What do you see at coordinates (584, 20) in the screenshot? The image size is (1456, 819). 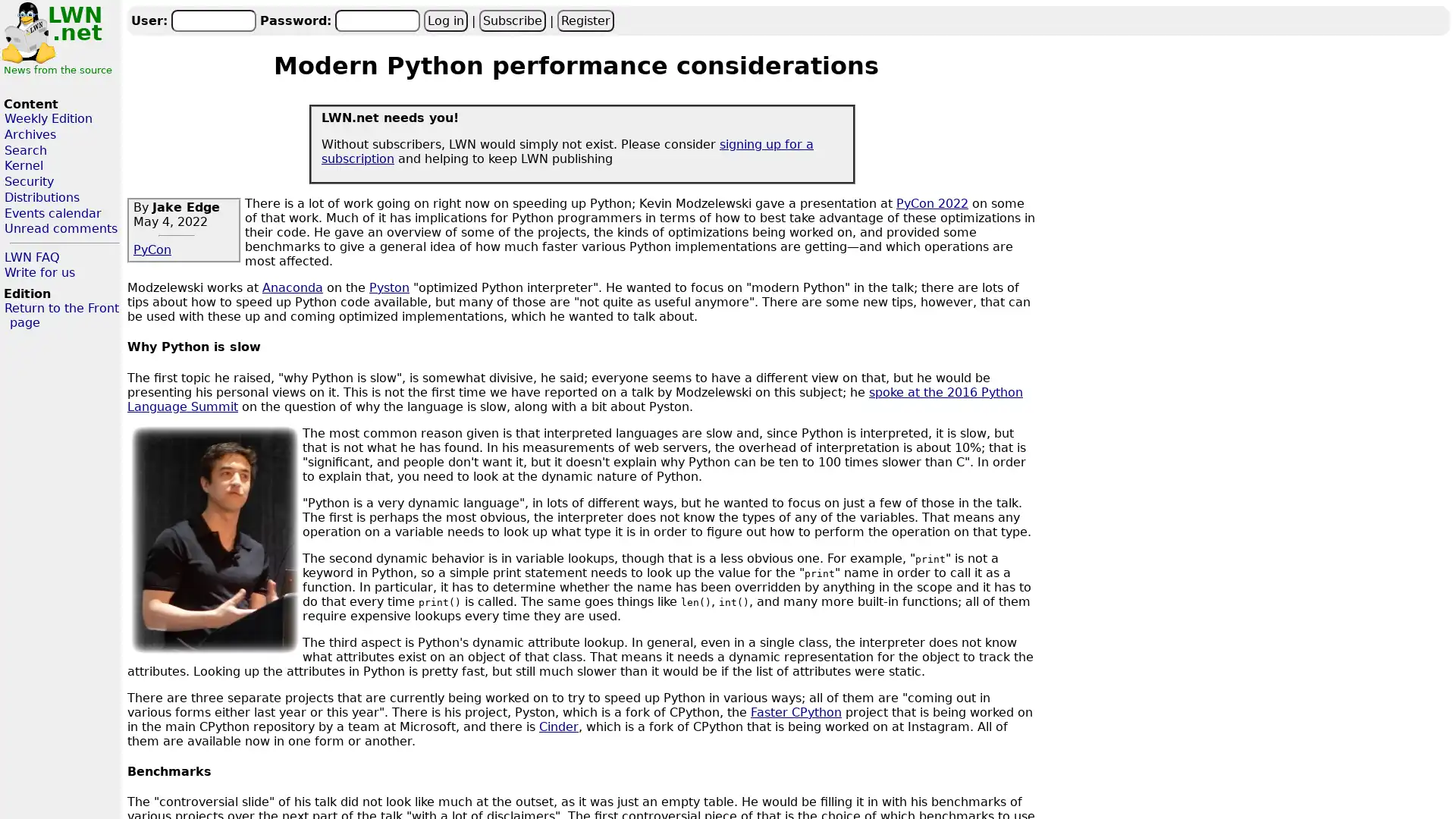 I see `Register` at bounding box center [584, 20].